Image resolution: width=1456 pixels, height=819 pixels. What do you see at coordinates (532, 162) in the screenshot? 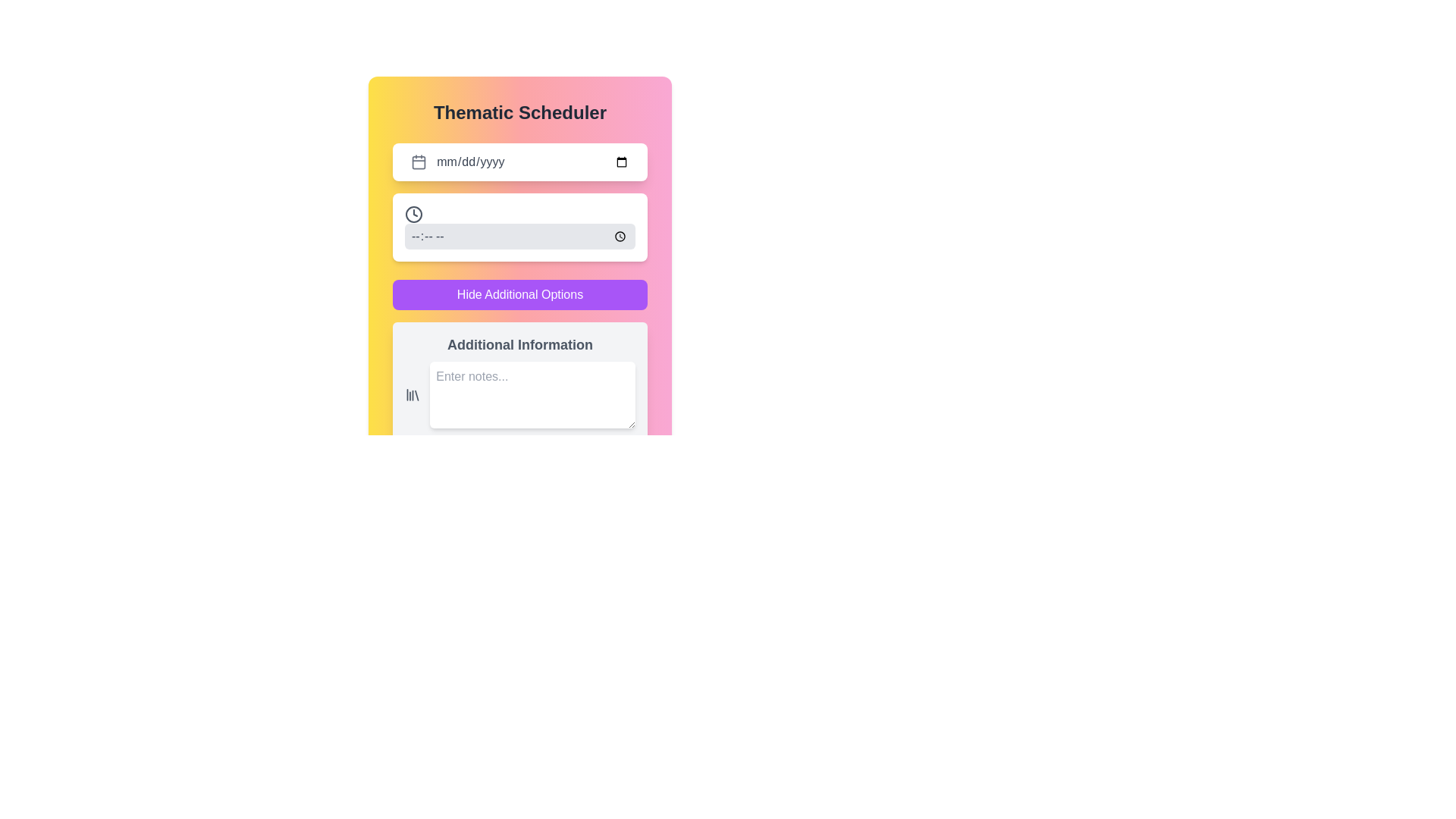
I see `the date input field with placeholder 'mm/dd/yyyy'` at bounding box center [532, 162].